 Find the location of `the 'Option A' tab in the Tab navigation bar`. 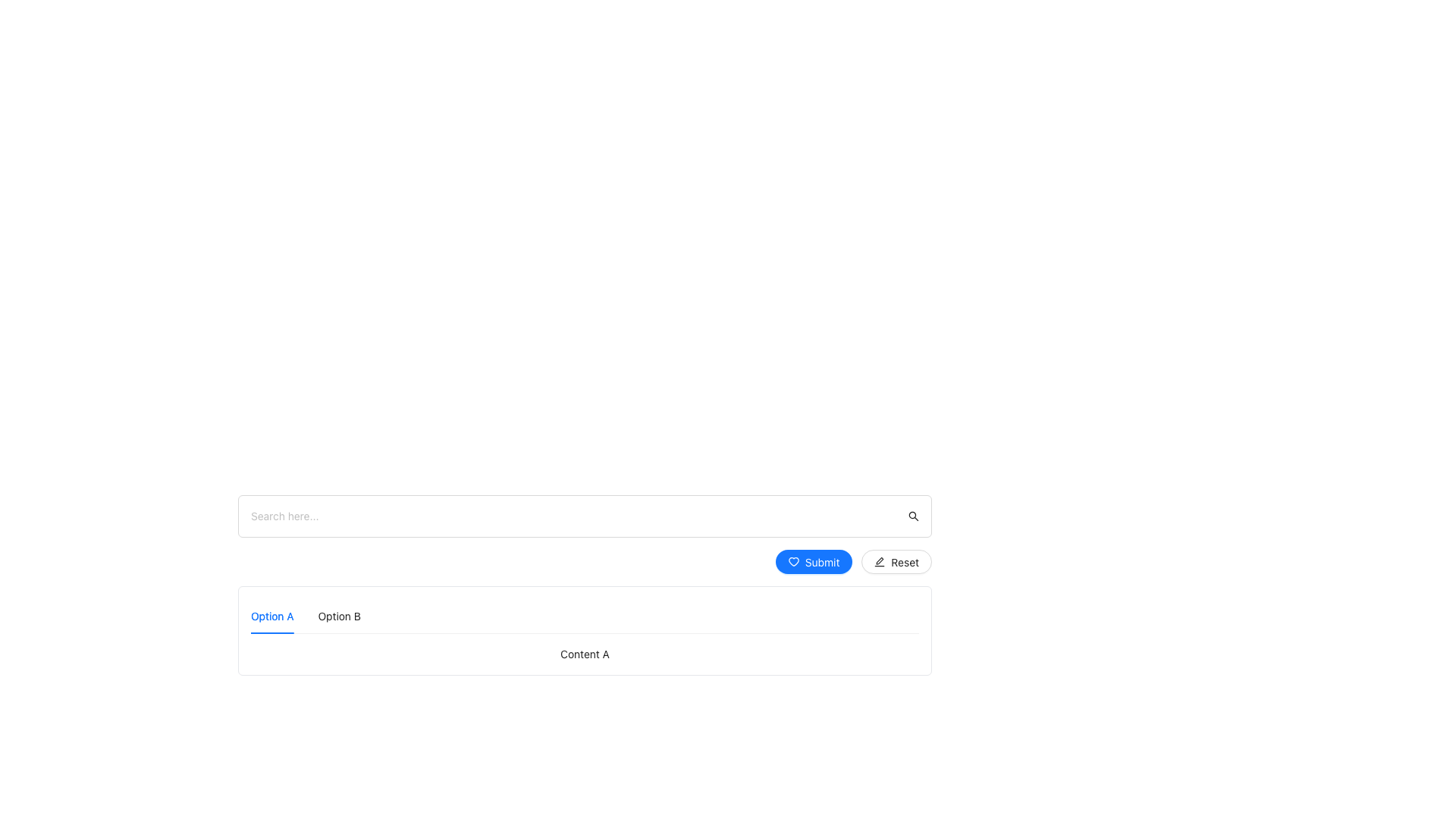

the 'Option A' tab in the Tab navigation bar is located at coordinates (305, 617).